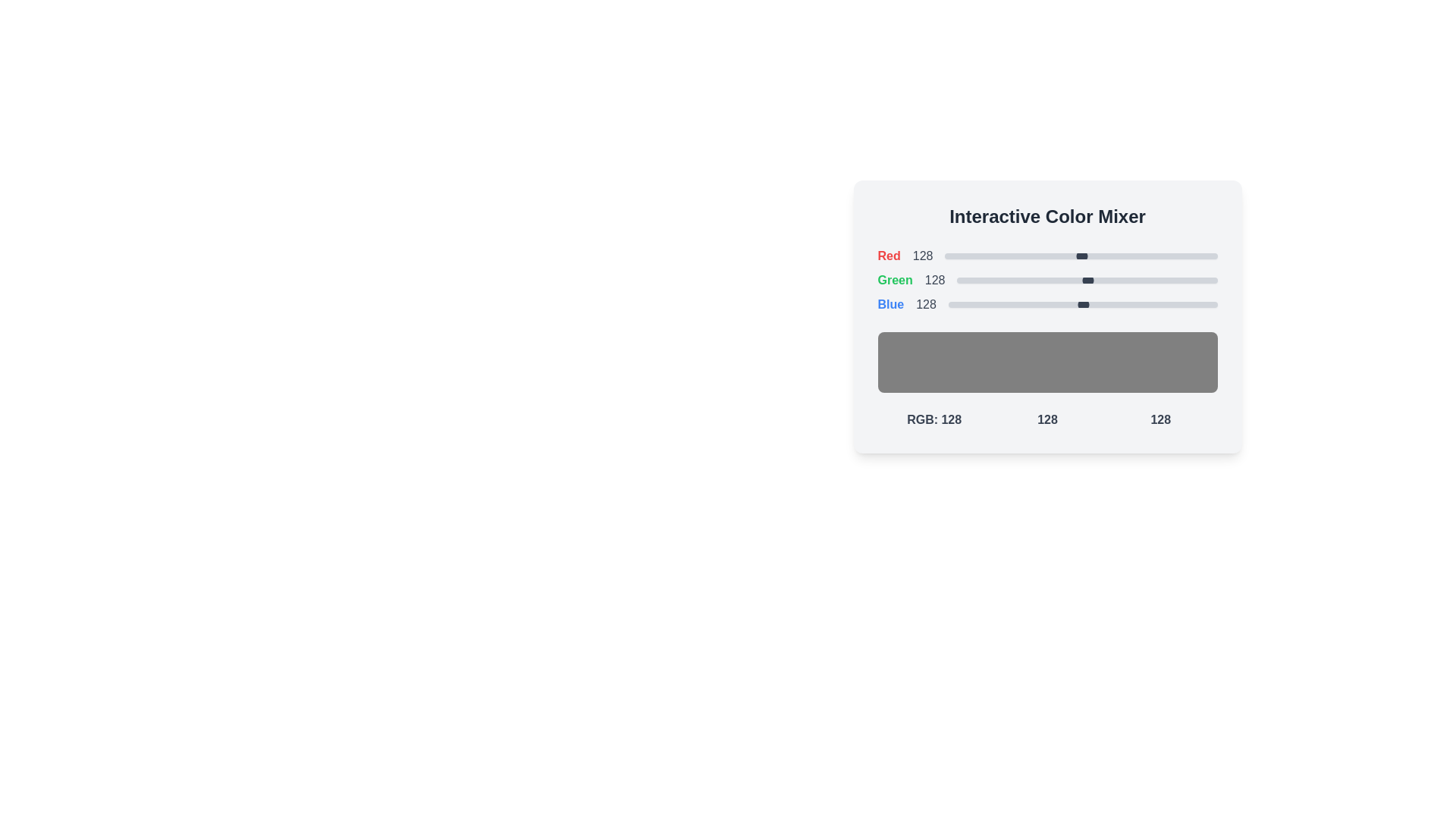 The image size is (1456, 819). I want to click on the Blue component, so click(952, 304).